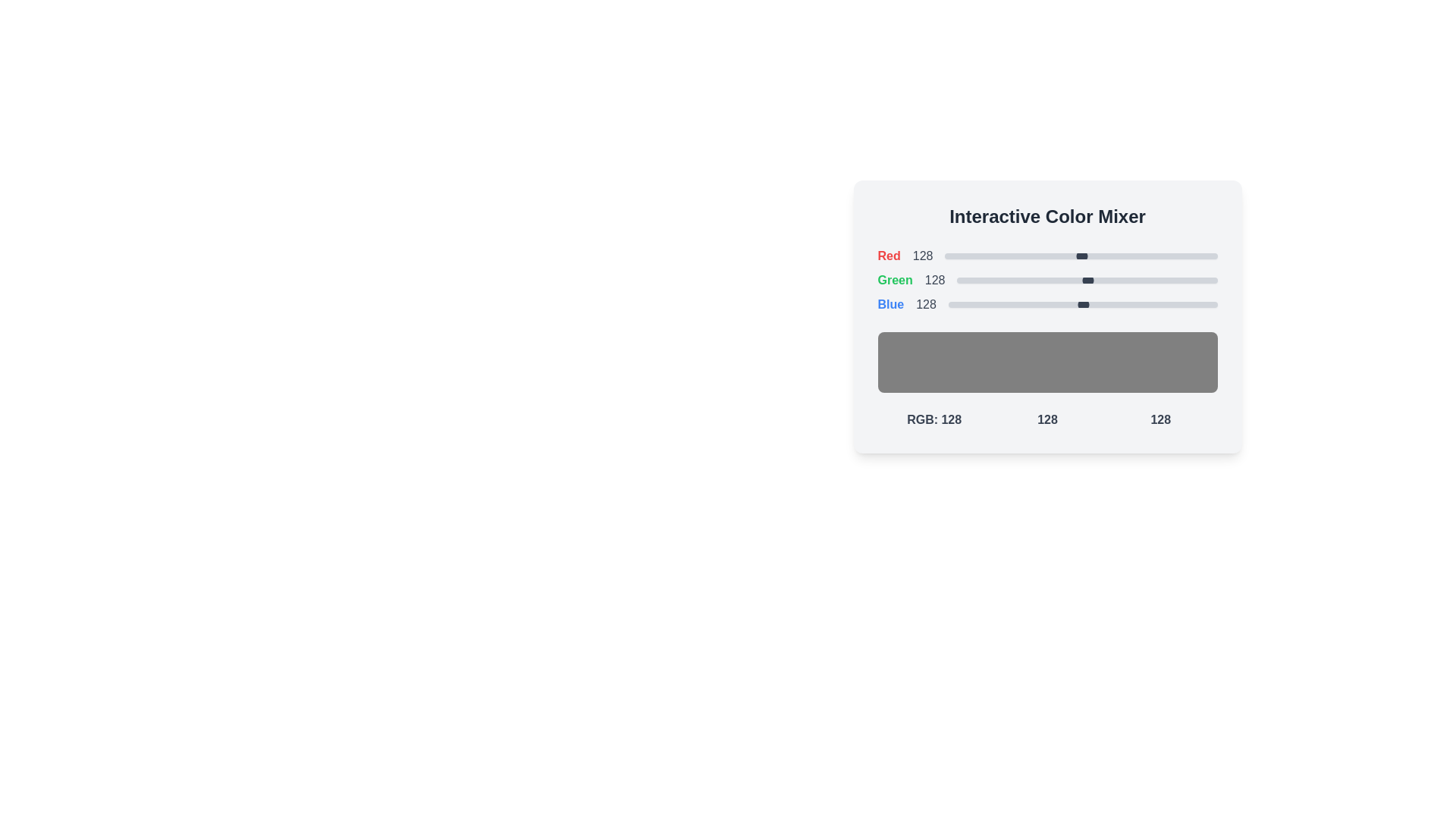 The image size is (1456, 819). I want to click on the Blue component, so click(952, 304).